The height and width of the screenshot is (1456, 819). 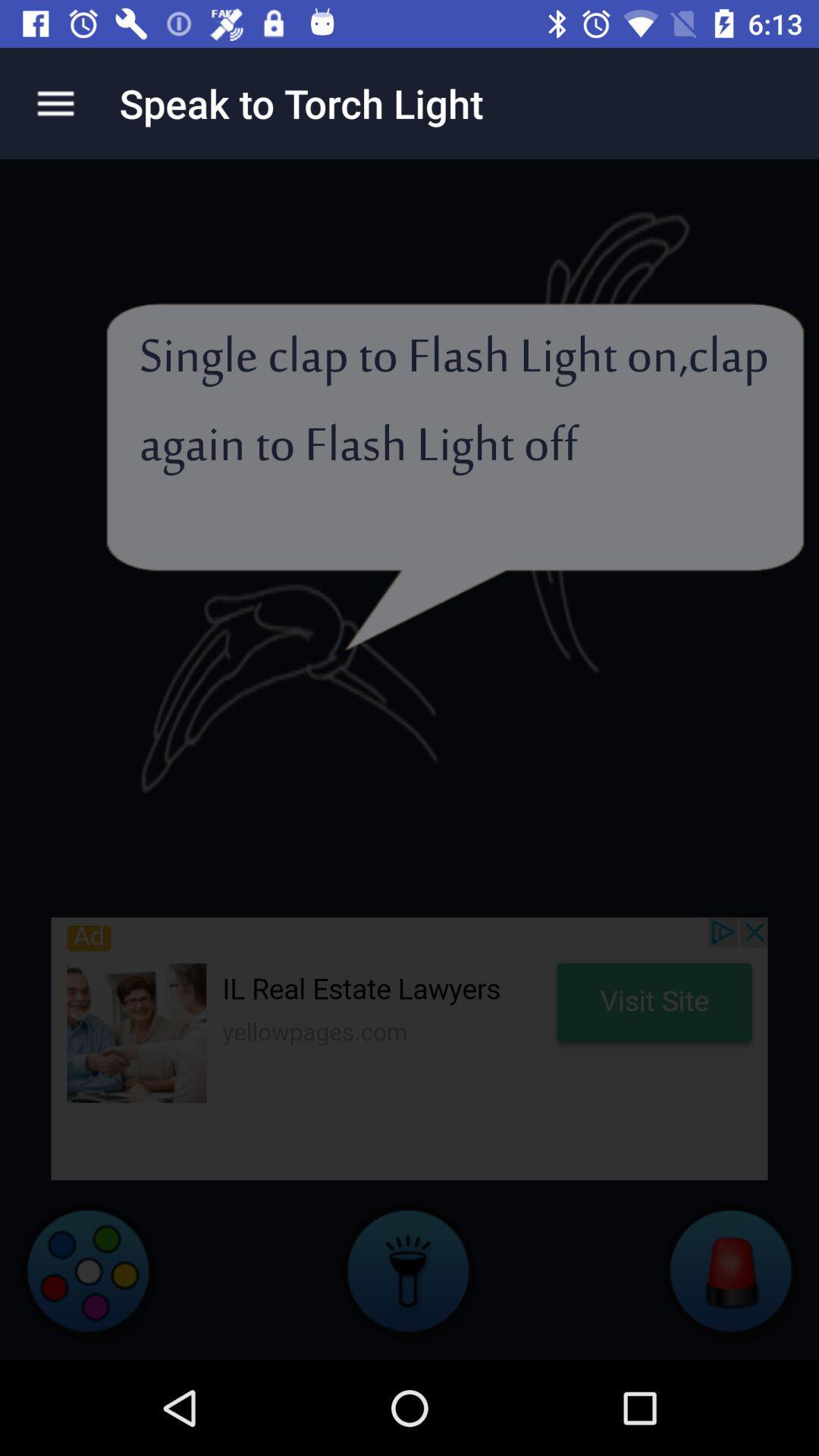 I want to click on colors, so click(x=88, y=1270).